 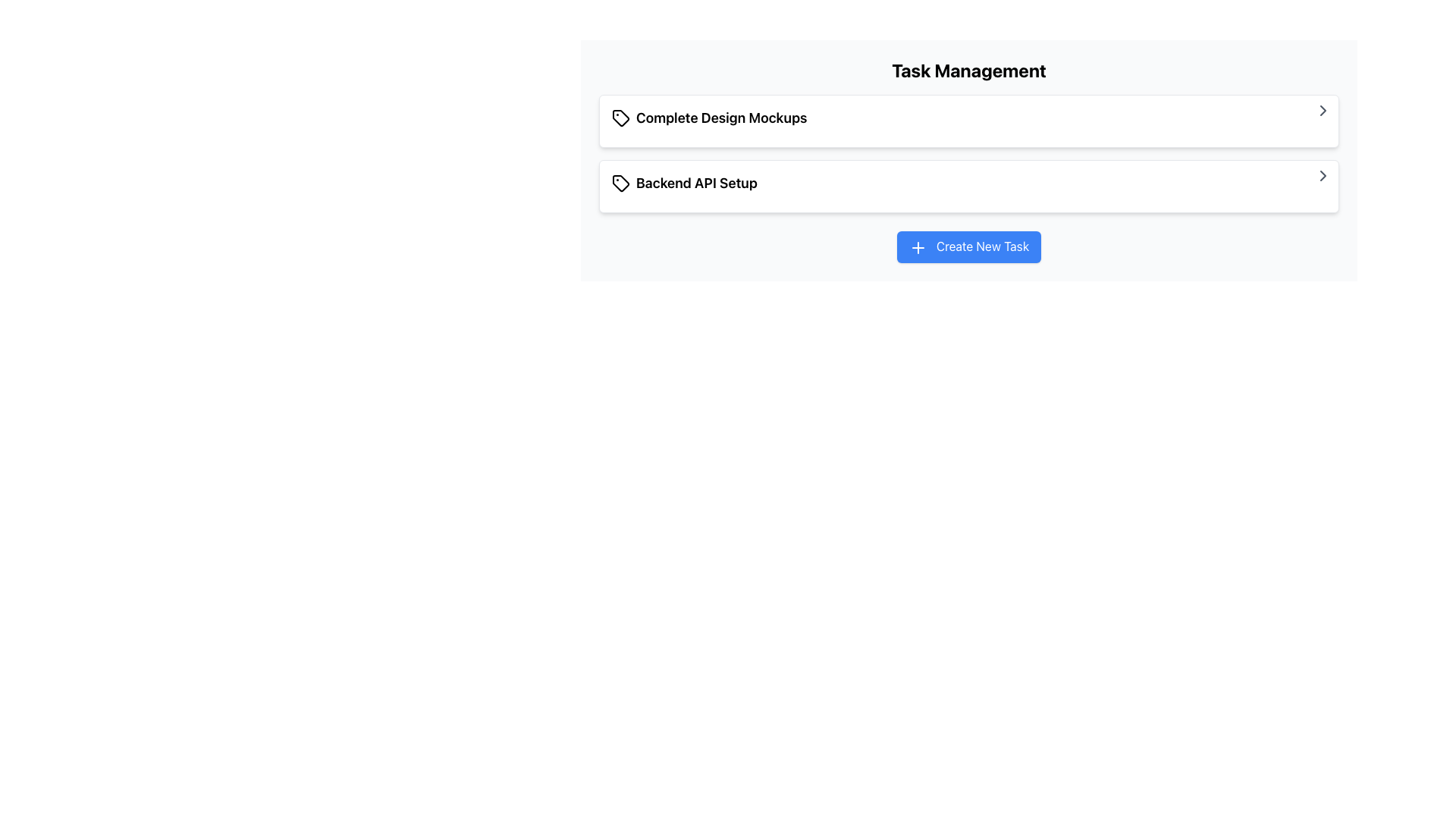 I want to click on the icon located to the left of the 'Create New Task' button, so click(x=917, y=246).